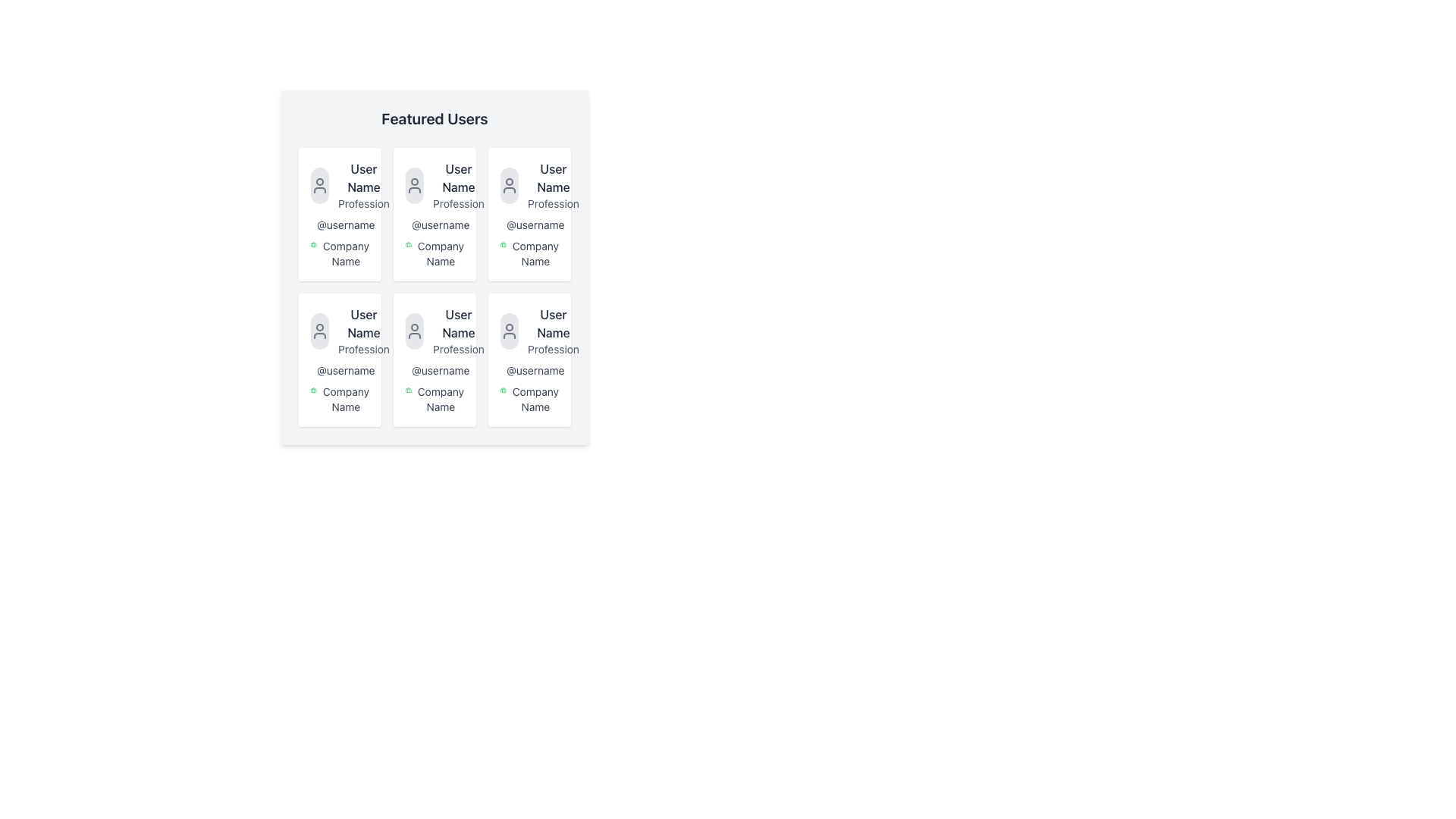 This screenshot has width=1456, height=819. What do you see at coordinates (529, 330) in the screenshot?
I see `the user profile card snippet displaying 'User Name' and 'Profession', which is the sixth card in the lower right quadrant of a 3x2 grid of user profile cards` at bounding box center [529, 330].